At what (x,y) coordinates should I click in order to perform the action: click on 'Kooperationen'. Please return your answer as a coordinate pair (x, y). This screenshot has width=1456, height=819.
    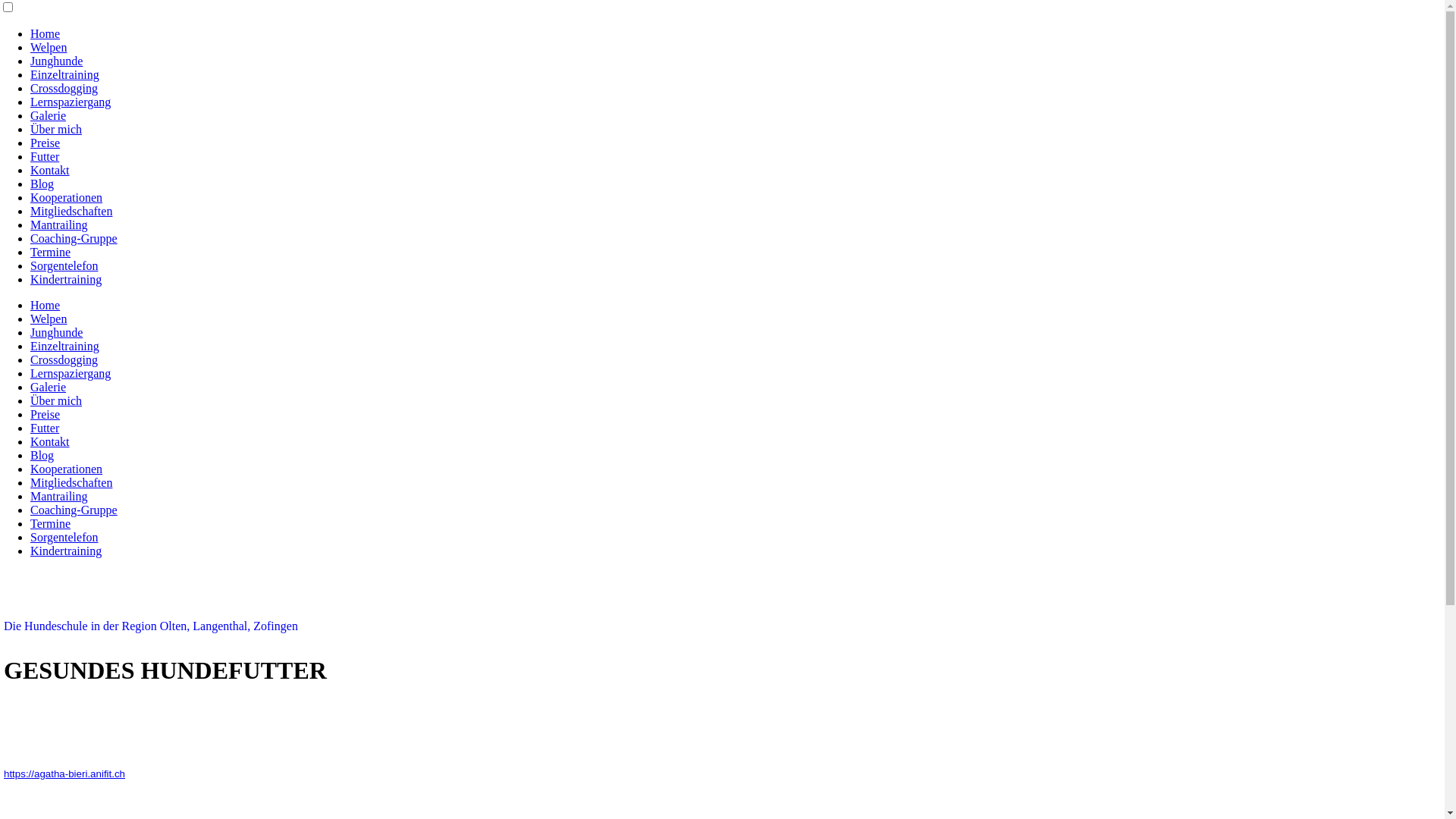
    Looking at the image, I should click on (65, 196).